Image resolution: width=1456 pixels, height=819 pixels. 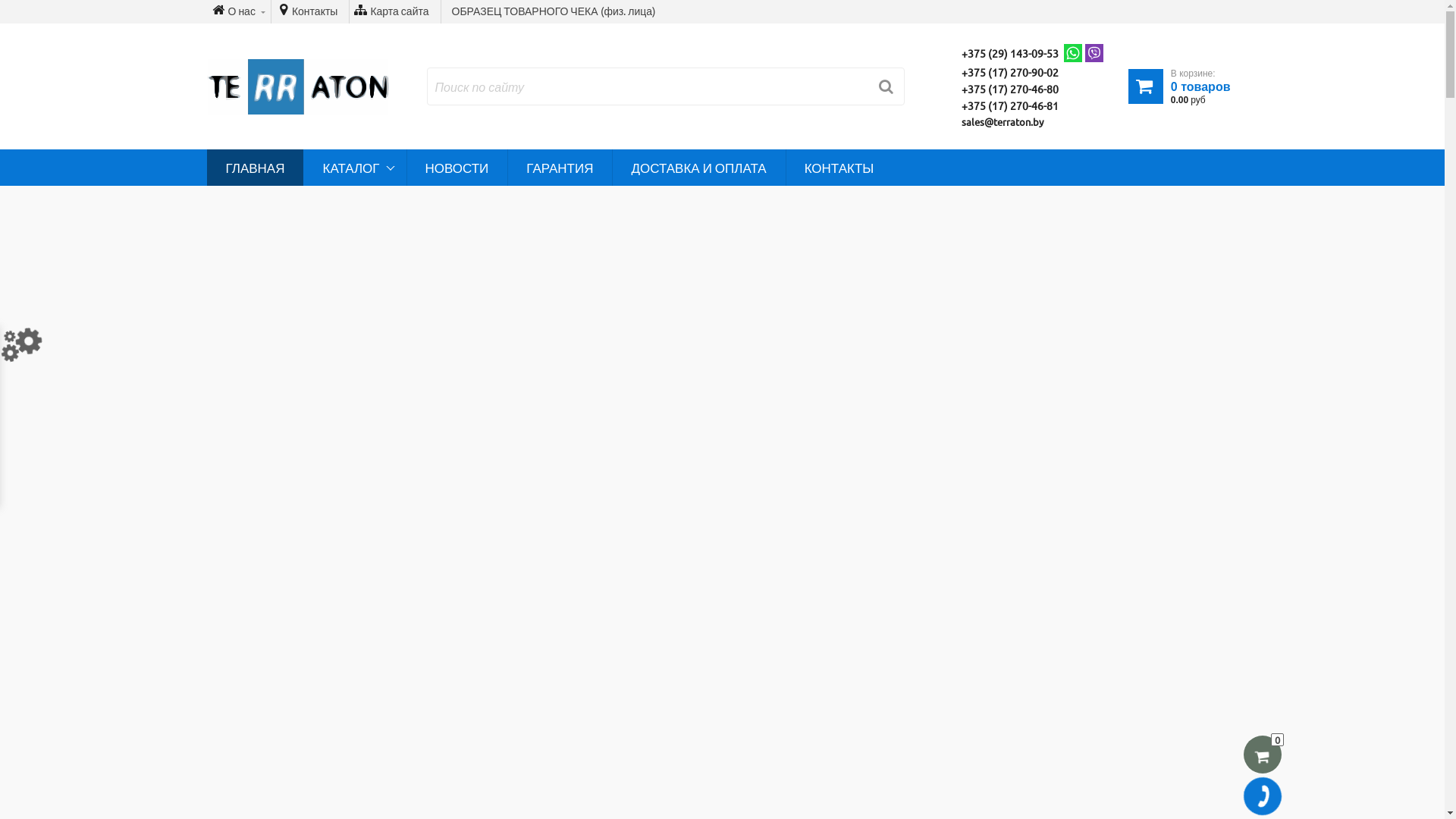 What do you see at coordinates (1012, 52) in the screenshot?
I see `'+375 (29) 143-09-53'` at bounding box center [1012, 52].